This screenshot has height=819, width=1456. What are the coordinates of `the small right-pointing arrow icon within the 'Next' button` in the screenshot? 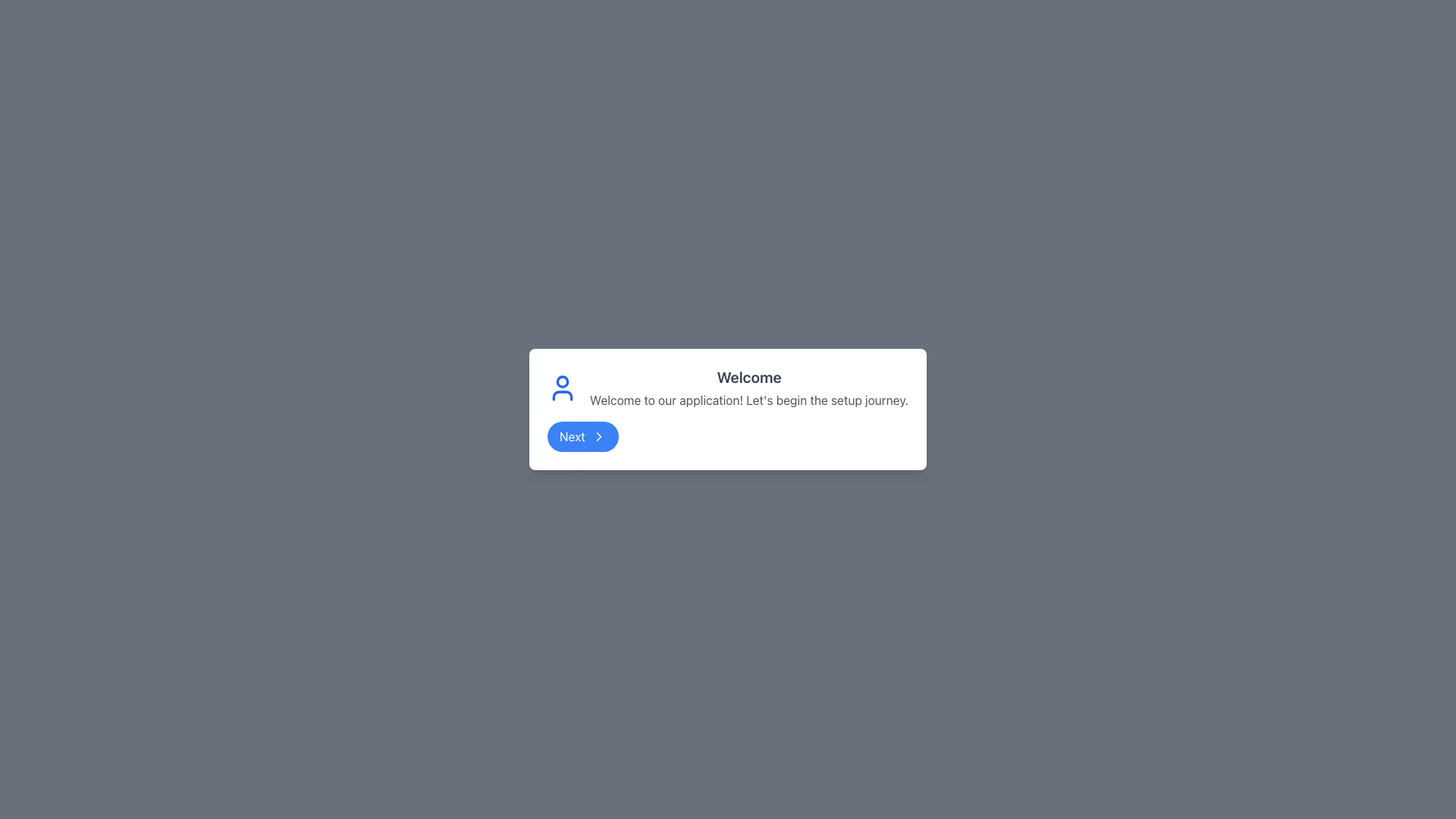 It's located at (598, 436).